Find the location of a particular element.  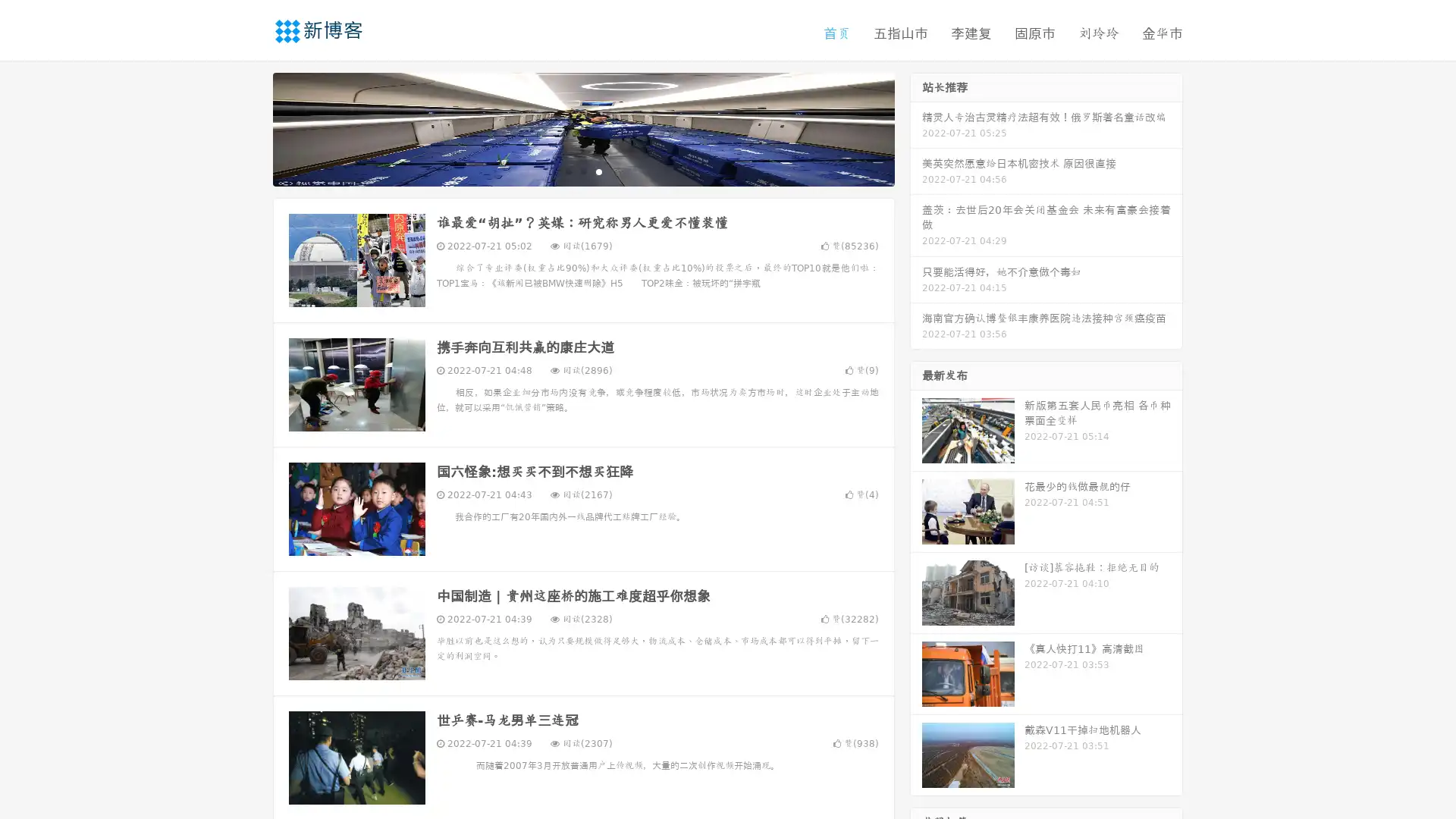

Next slide is located at coordinates (916, 127).